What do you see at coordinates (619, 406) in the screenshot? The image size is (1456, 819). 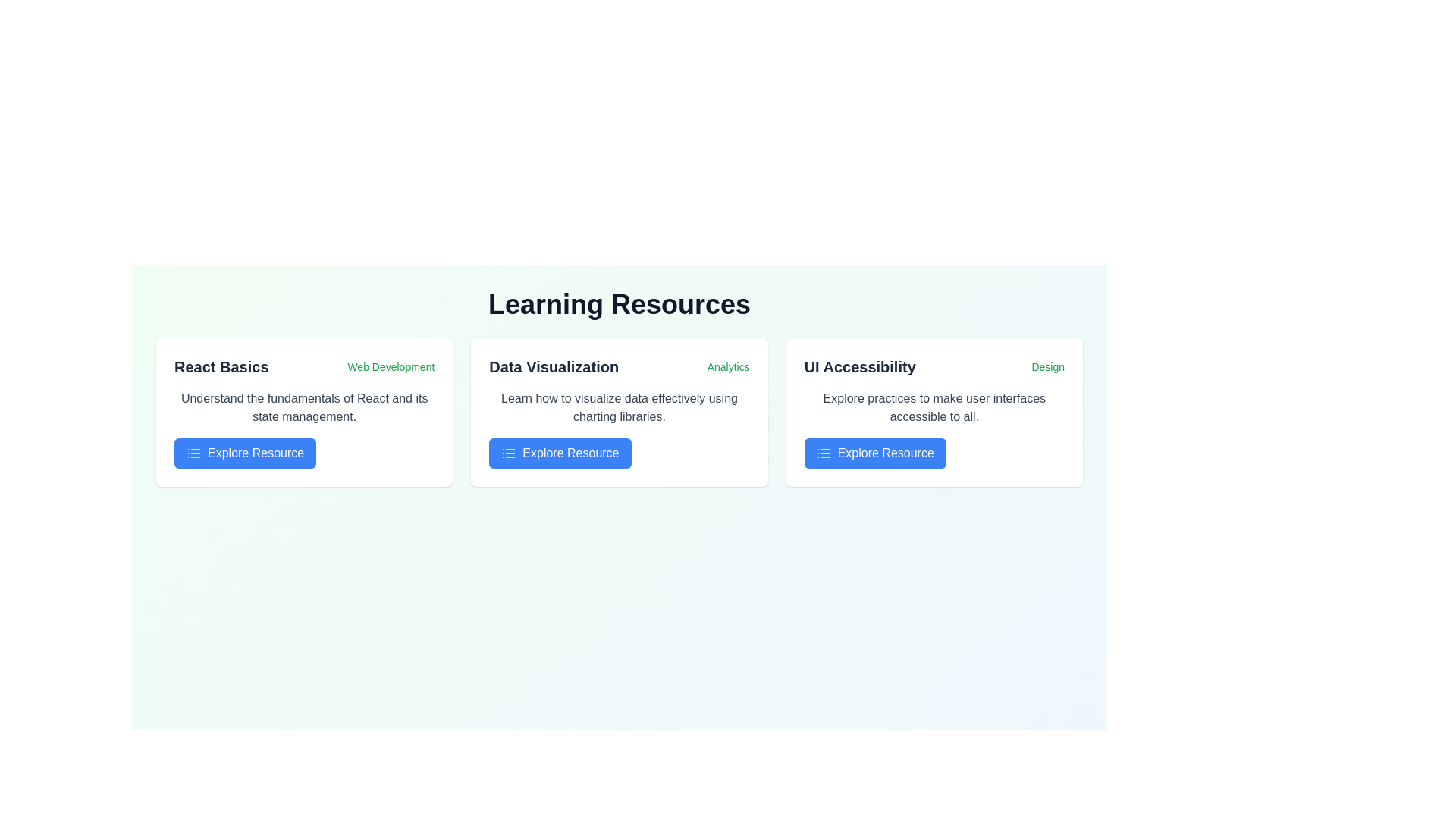 I see `additional information text located within the 'Data Visualization' card, positioned under the heading and category labels, and above the 'Explore Resource' button` at bounding box center [619, 406].